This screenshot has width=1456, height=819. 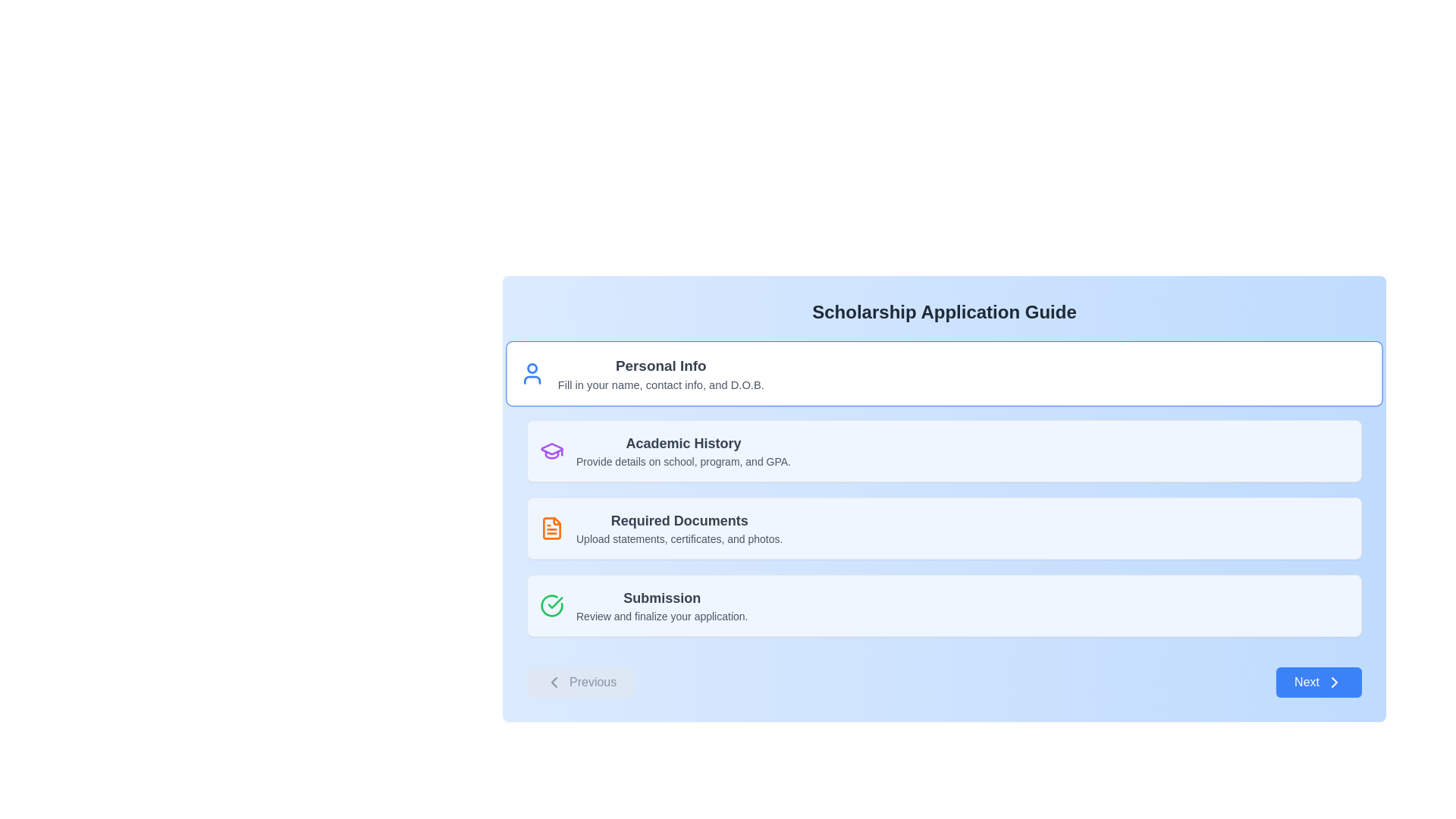 What do you see at coordinates (554, 601) in the screenshot?
I see `the green checkmark icon within the circular SVG graphic located at the bottom-right corner of the 'Submission' section` at bounding box center [554, 601].